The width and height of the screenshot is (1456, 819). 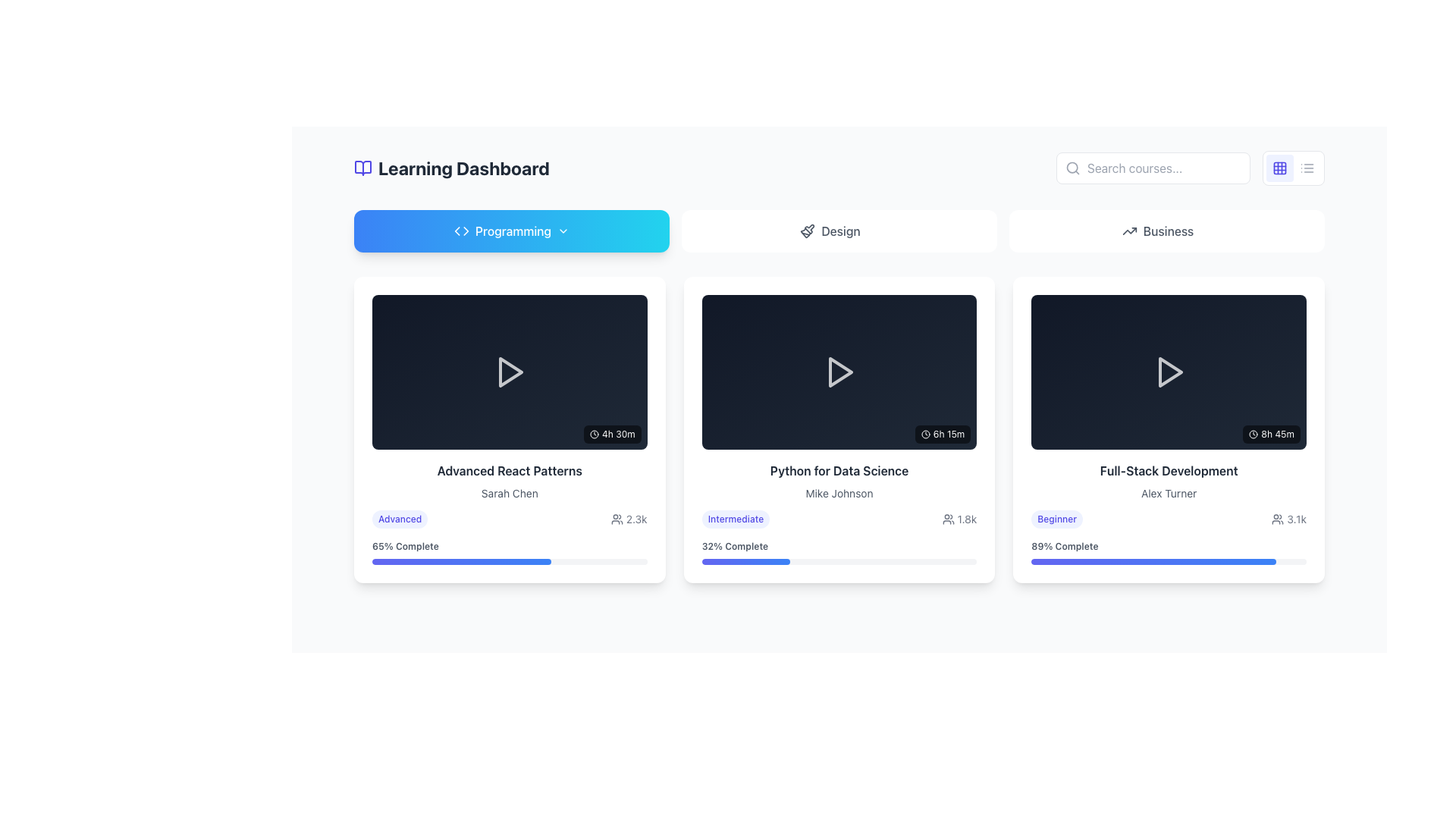 I want to click on the decorative open book icon, which is indigo in color and located next to the 'Learning Dashboard' title, so click(x=362, y=168).